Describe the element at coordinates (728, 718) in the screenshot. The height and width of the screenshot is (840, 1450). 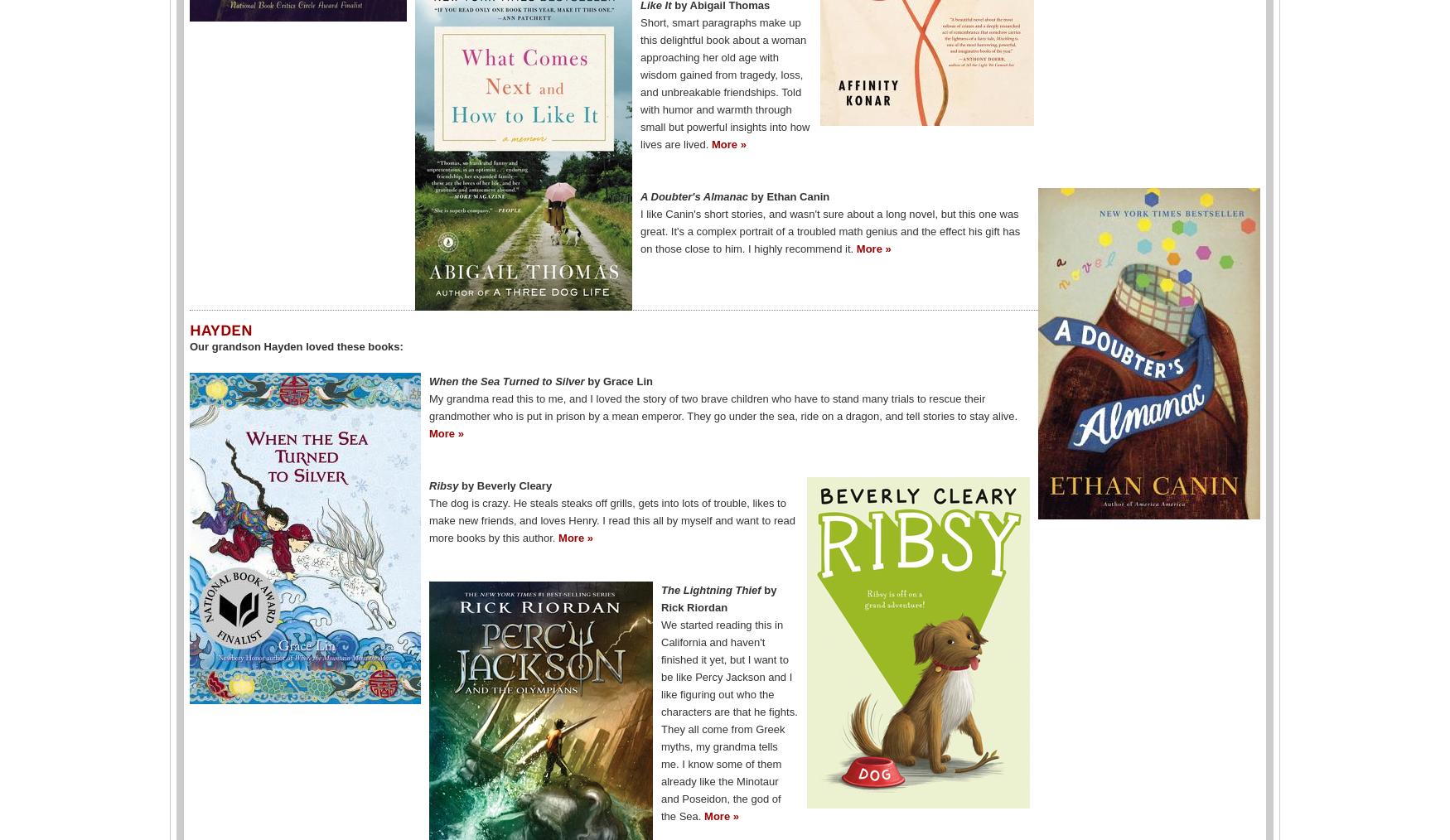
I see `'We started reading this in California and haven't finished it yet, but I want to be like Percy Jackson and I like figuring out who the characters are that he fights. They all come from Greek myths, my grandma tells me. I know some of them already like the Minotaur and Poseidon, the god of the Sea.'` at that location.